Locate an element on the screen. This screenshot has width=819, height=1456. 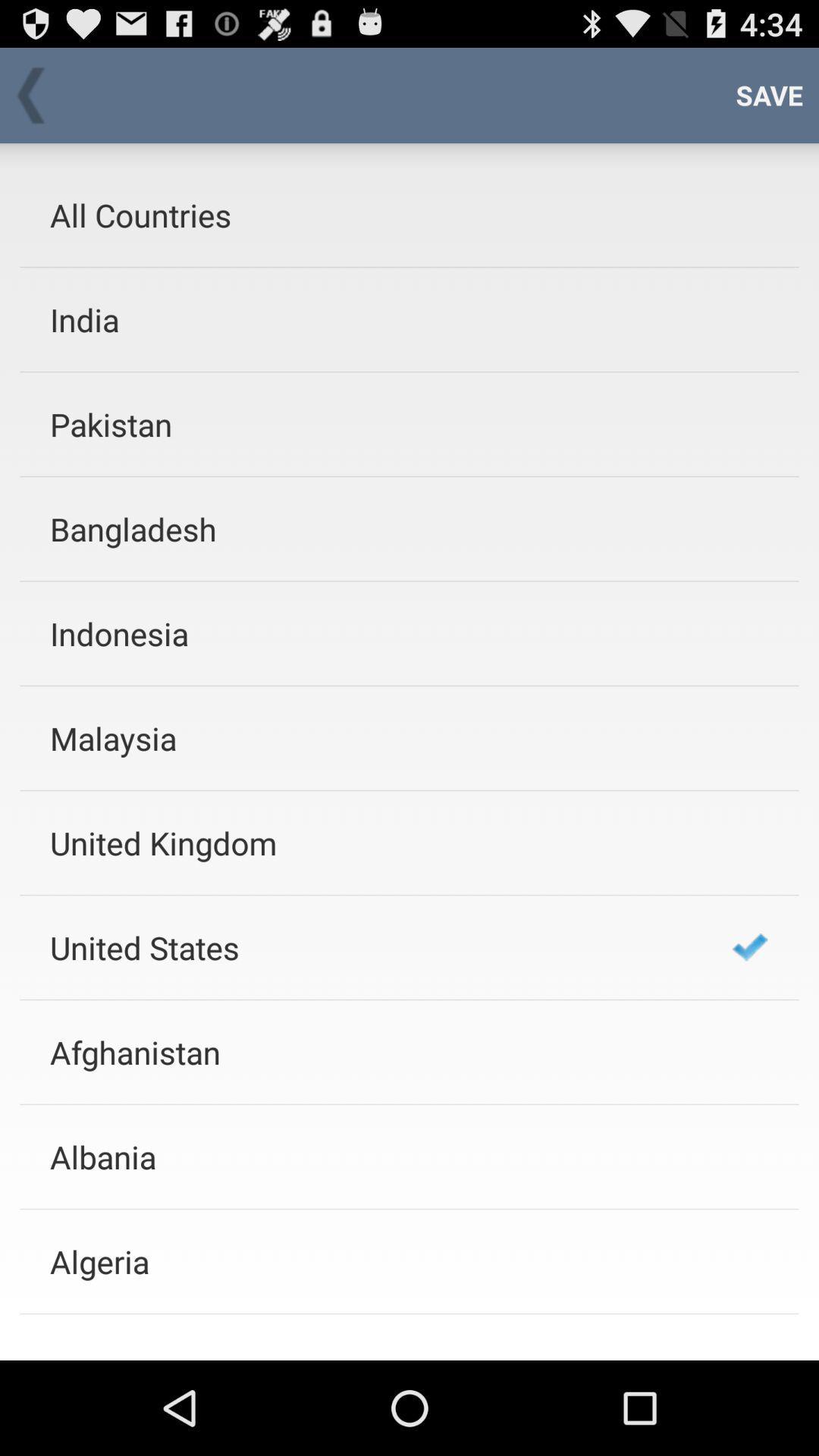
save icon is located at coordinates (769, 94).